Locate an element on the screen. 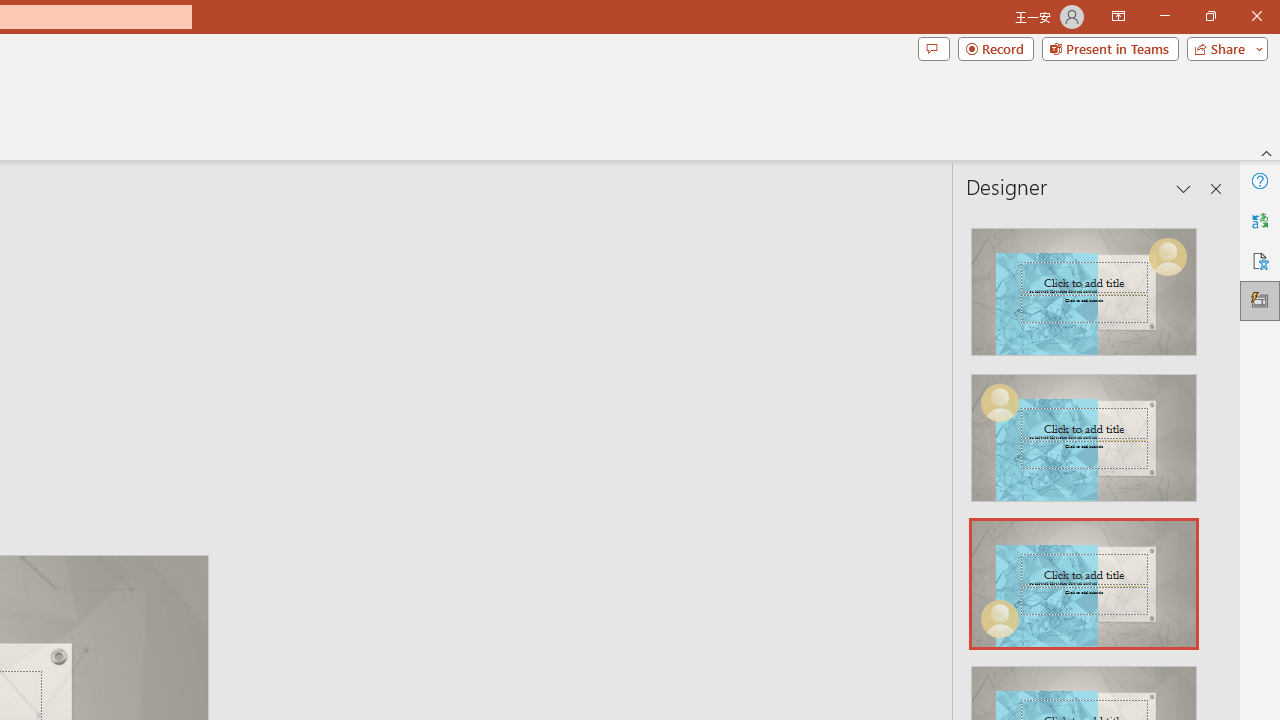  'Close pane' is located at coordinates (1215, 189).